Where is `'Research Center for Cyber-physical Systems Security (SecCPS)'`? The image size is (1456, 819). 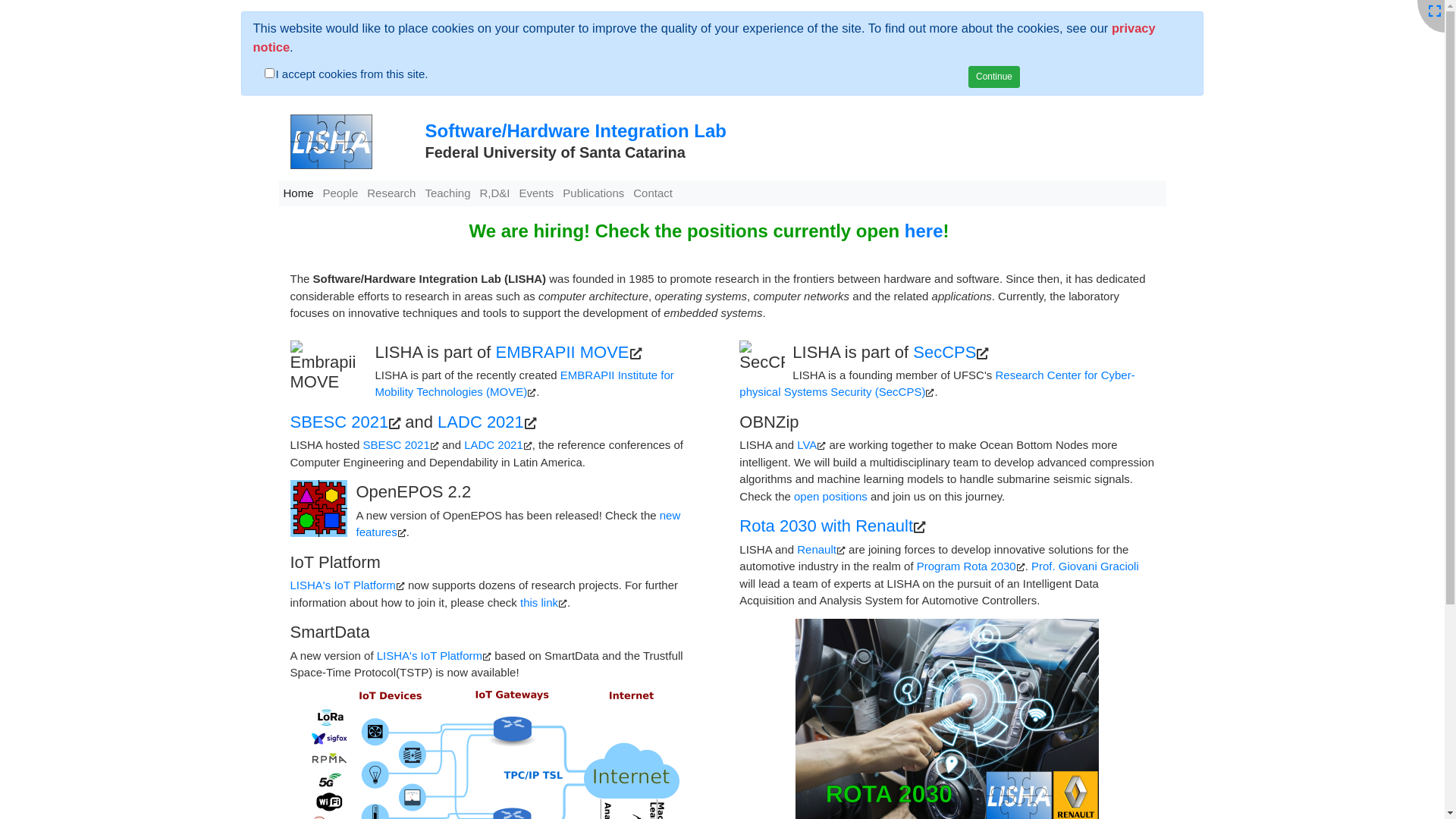
'Research Center for Cyber-physical Systems Security (SecCPS)' is located at coordinates (936, 382).